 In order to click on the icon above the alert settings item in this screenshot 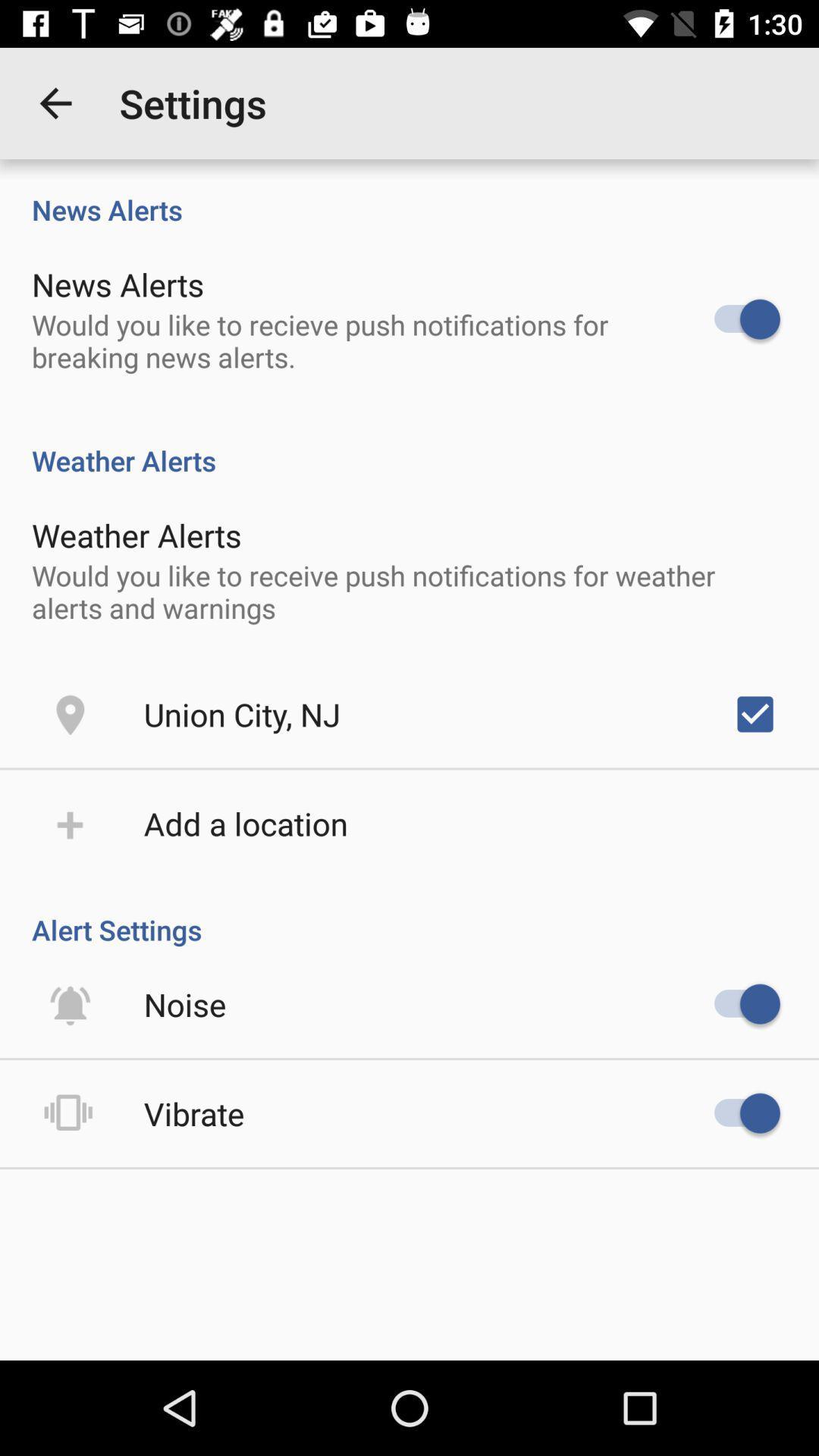, I will do `click(755, 713)`.